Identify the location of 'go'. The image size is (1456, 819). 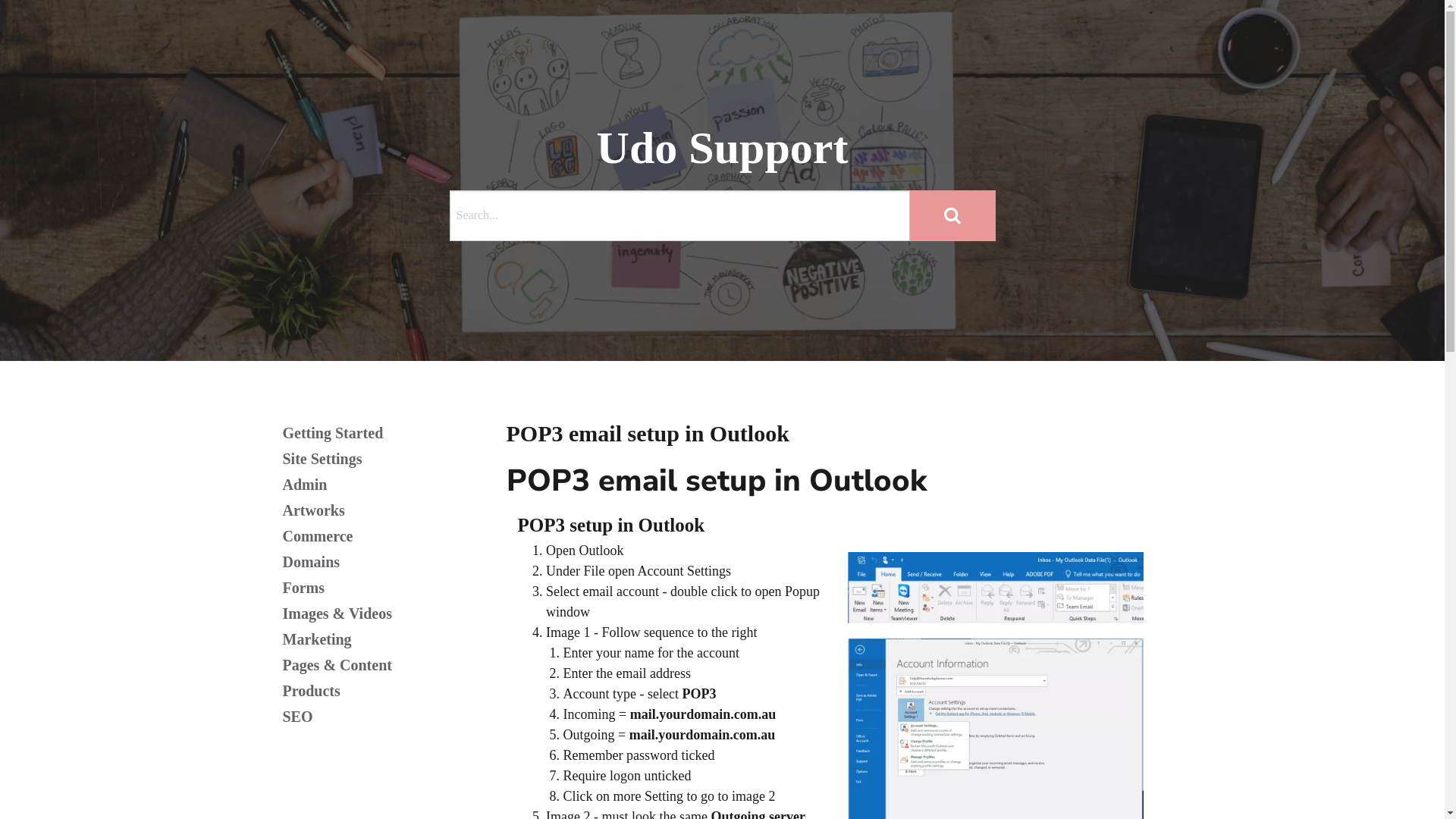
(952, 215).